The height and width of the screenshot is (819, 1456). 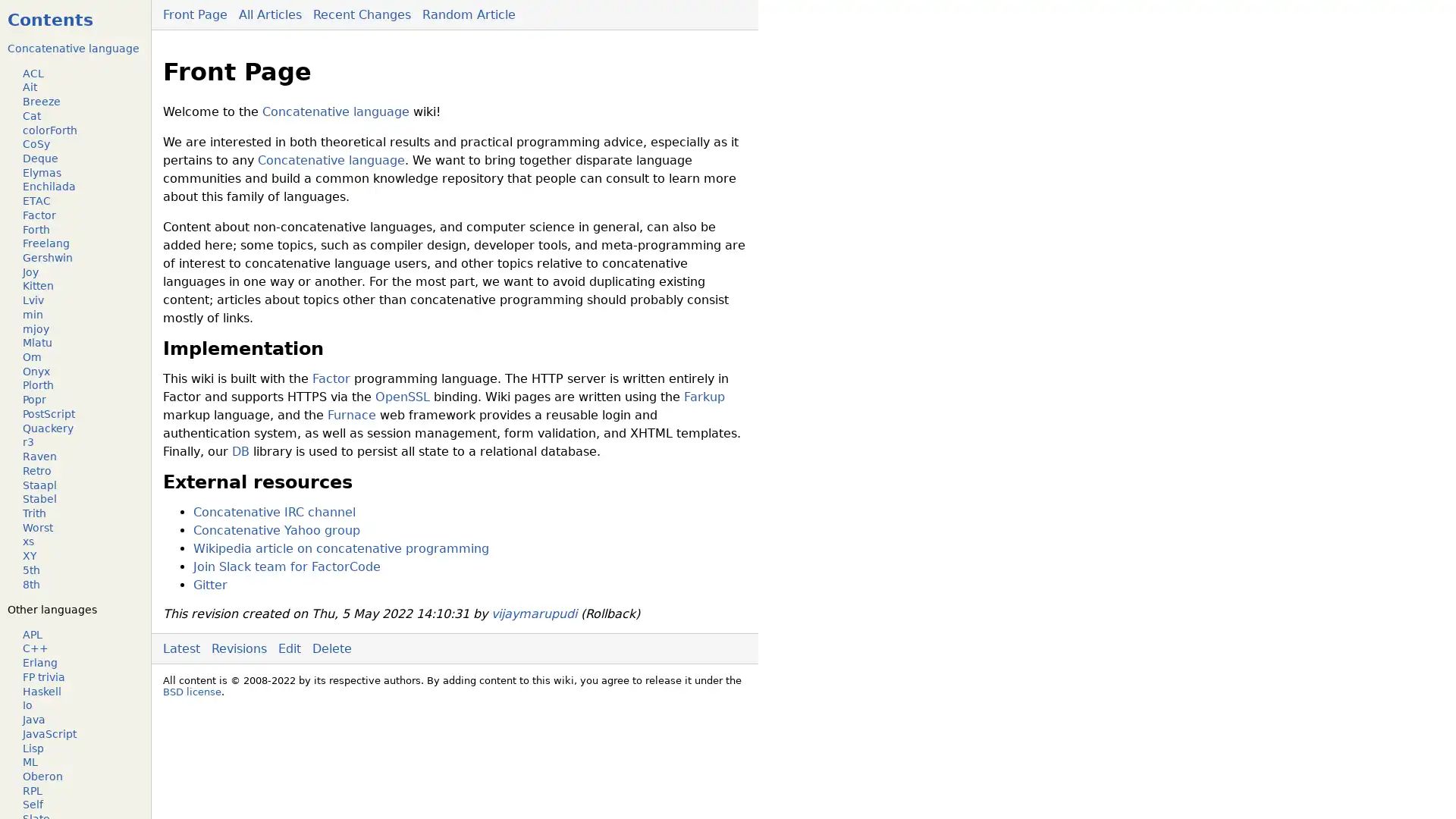 I want to click on Delete, so click(x=331, y=648).